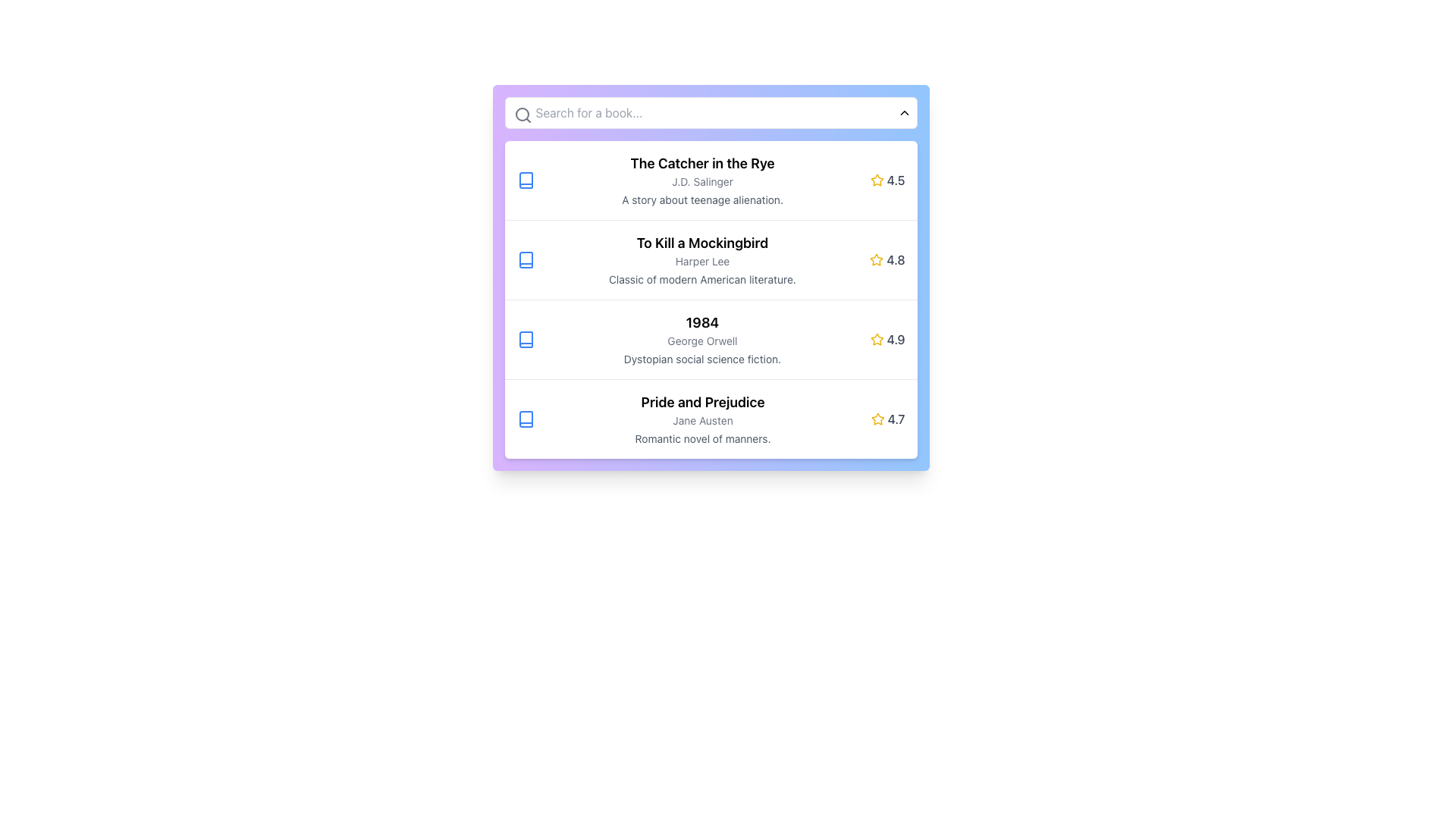 The image size is (1456, 819). Describe the element at coordinates (701, 199) in the screenshot. I see `the plain text description of the book, which is the third line of text in the first entry of the book list` at that location.